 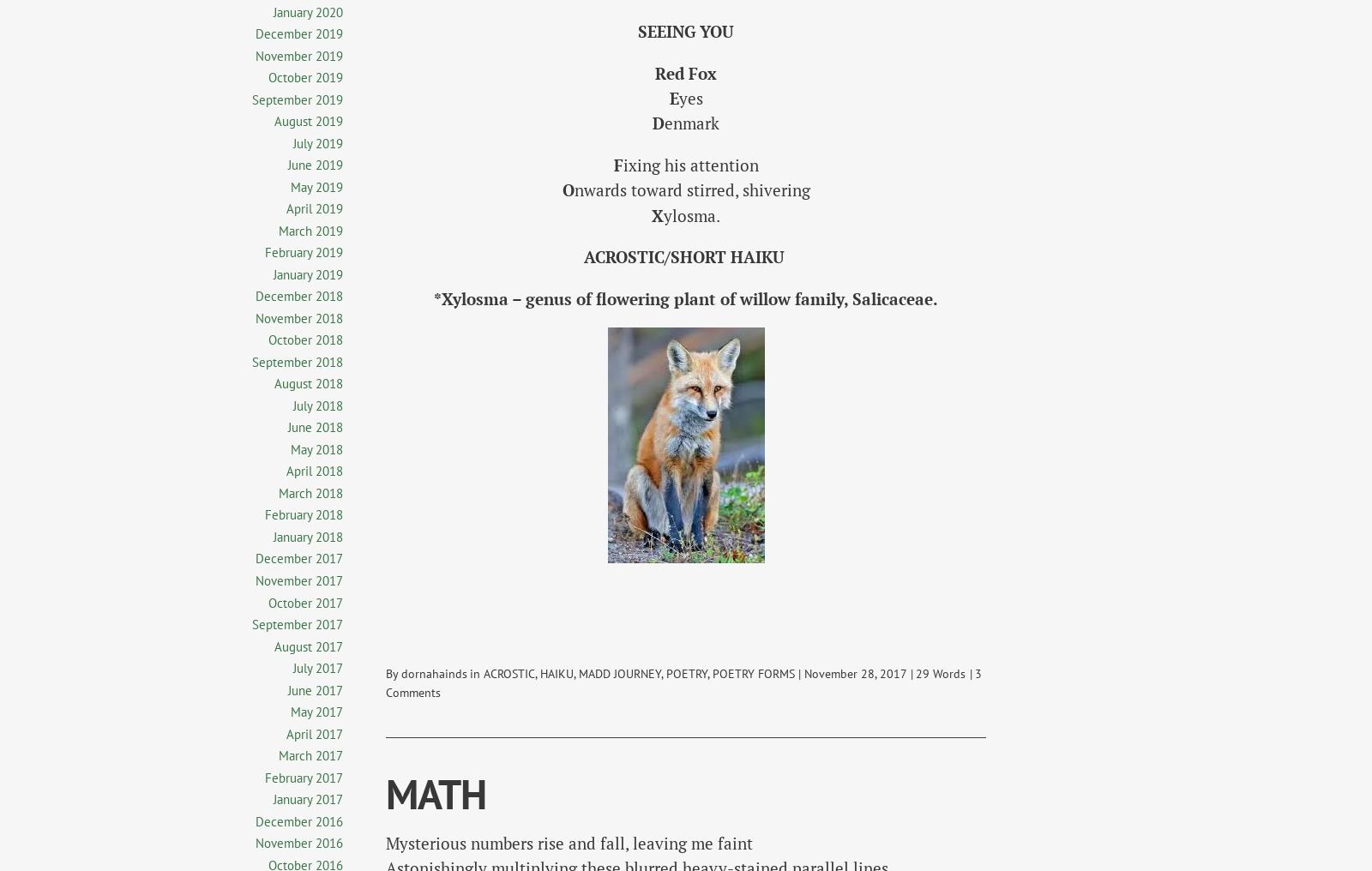 What do you see at coordinates (274, 273) in the screenshot?
I see `'January 2019'` at bounding box center [274, 273].